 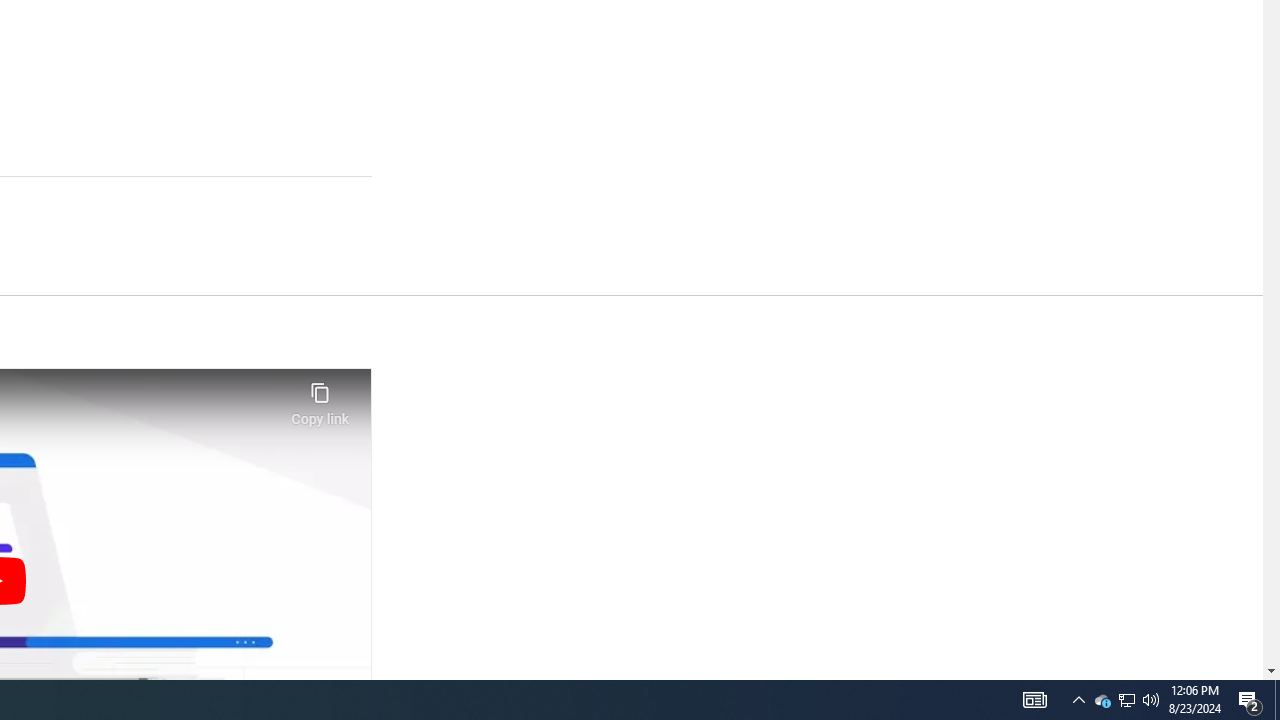 I want to click on 'Copy link', so click(x=320, y=398).